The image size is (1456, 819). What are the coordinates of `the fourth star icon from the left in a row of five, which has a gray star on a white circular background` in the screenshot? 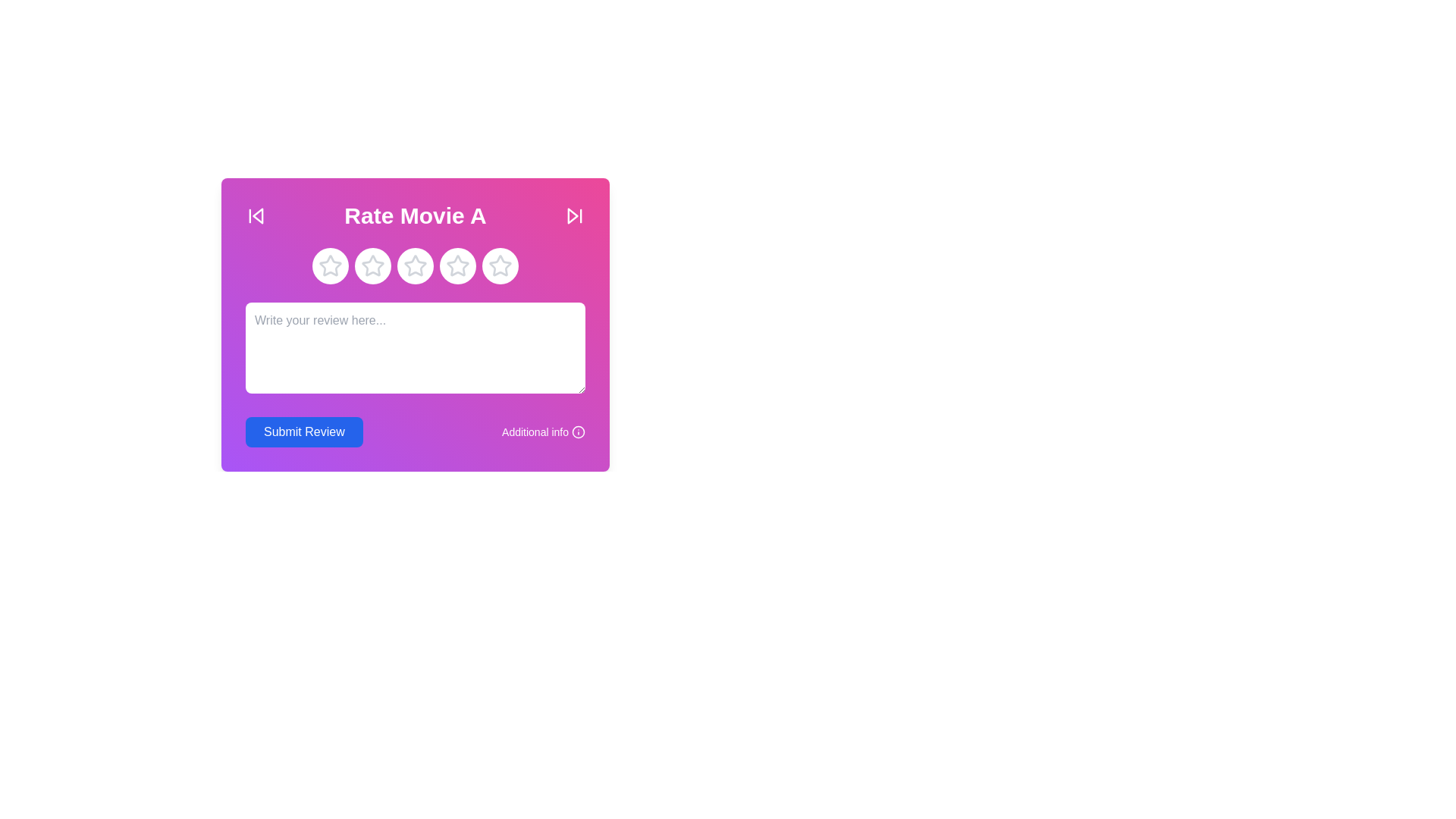 It's located at (457, 265).